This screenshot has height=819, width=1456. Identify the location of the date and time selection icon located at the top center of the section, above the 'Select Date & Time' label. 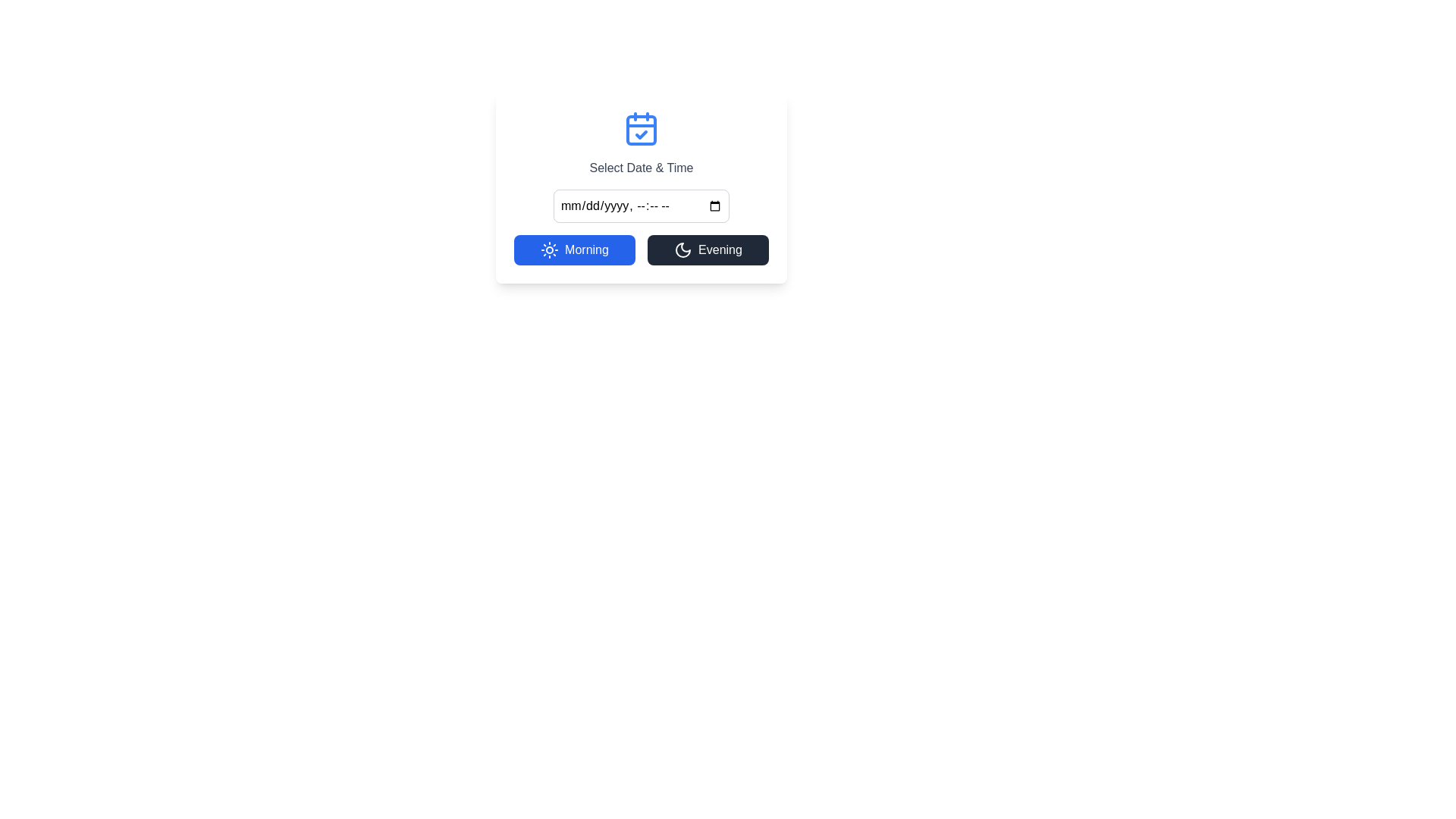
(641, 127).